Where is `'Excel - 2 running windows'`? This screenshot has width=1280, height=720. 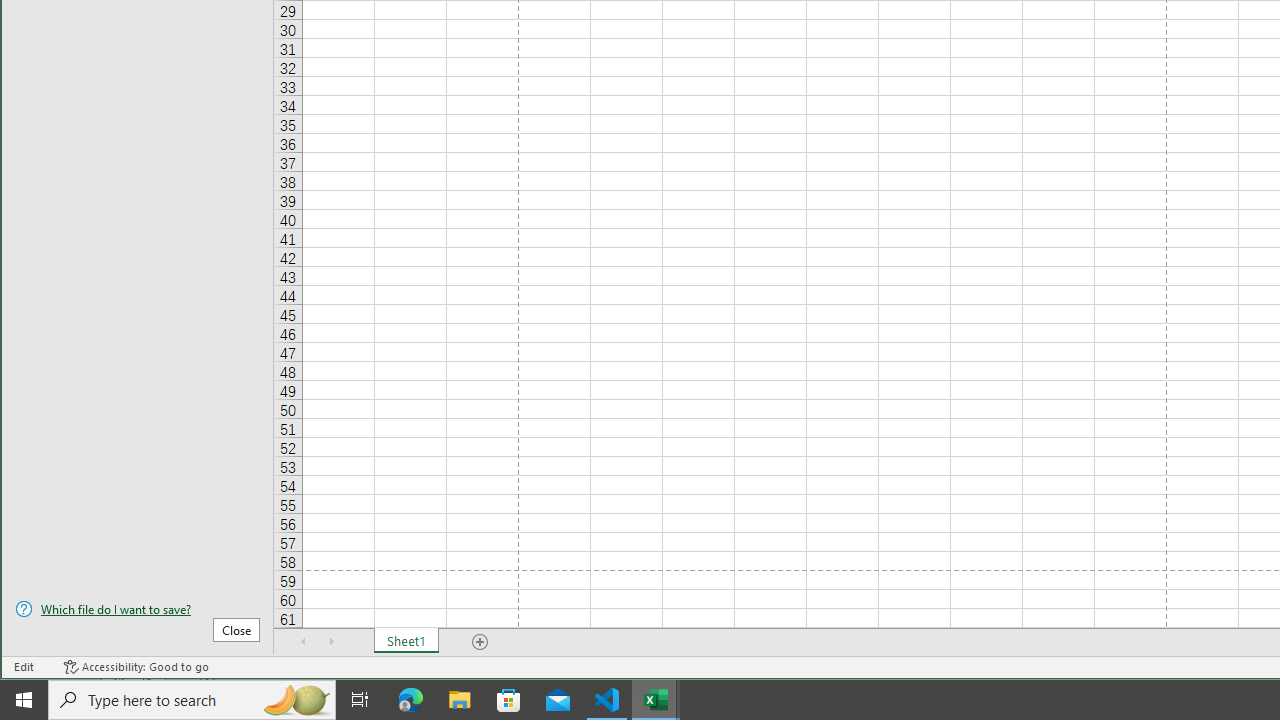 'Excel - 2 running windows' is located at coordinates (656, 698).